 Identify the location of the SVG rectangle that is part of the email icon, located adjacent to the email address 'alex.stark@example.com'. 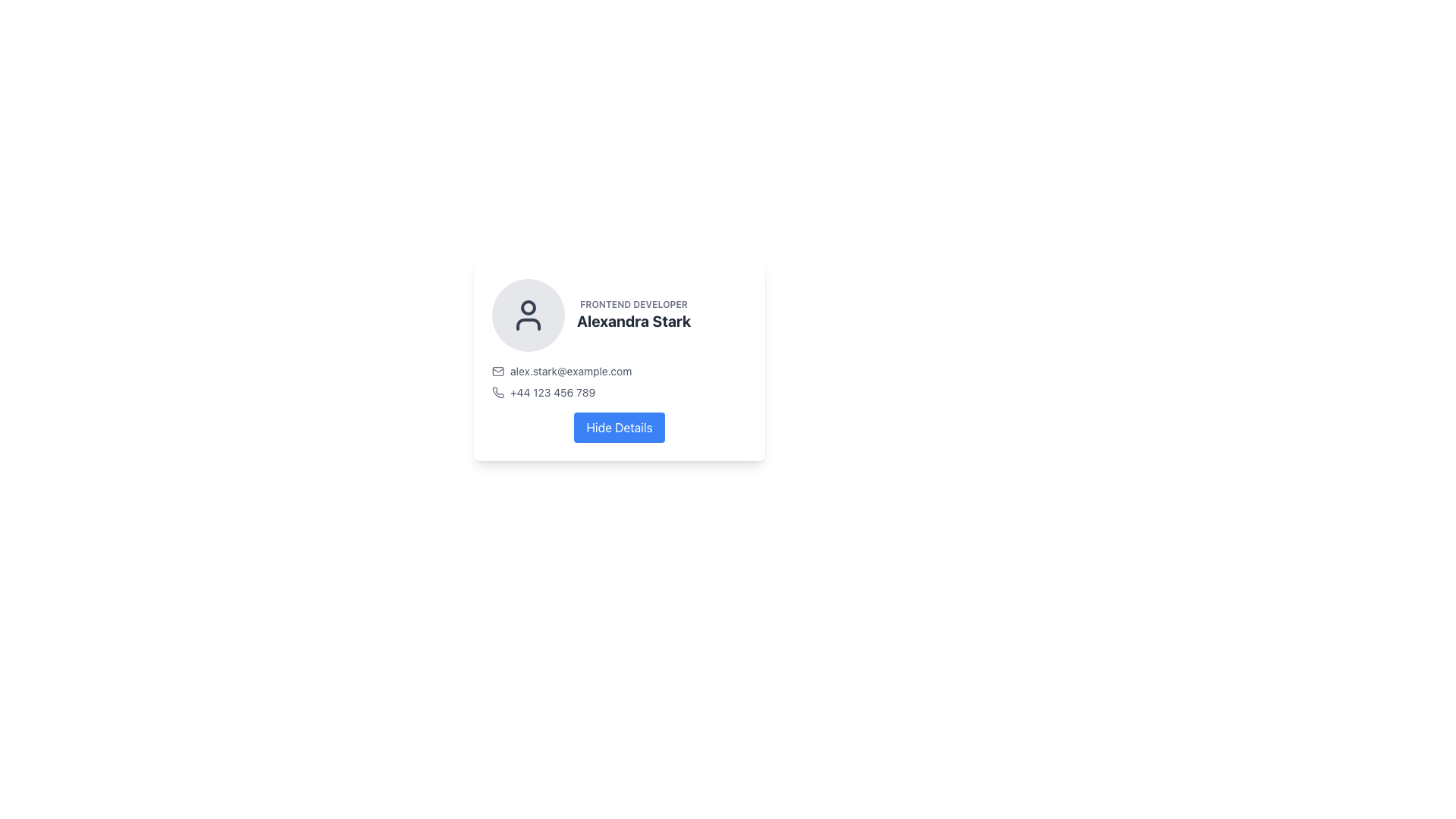
(498, 371).